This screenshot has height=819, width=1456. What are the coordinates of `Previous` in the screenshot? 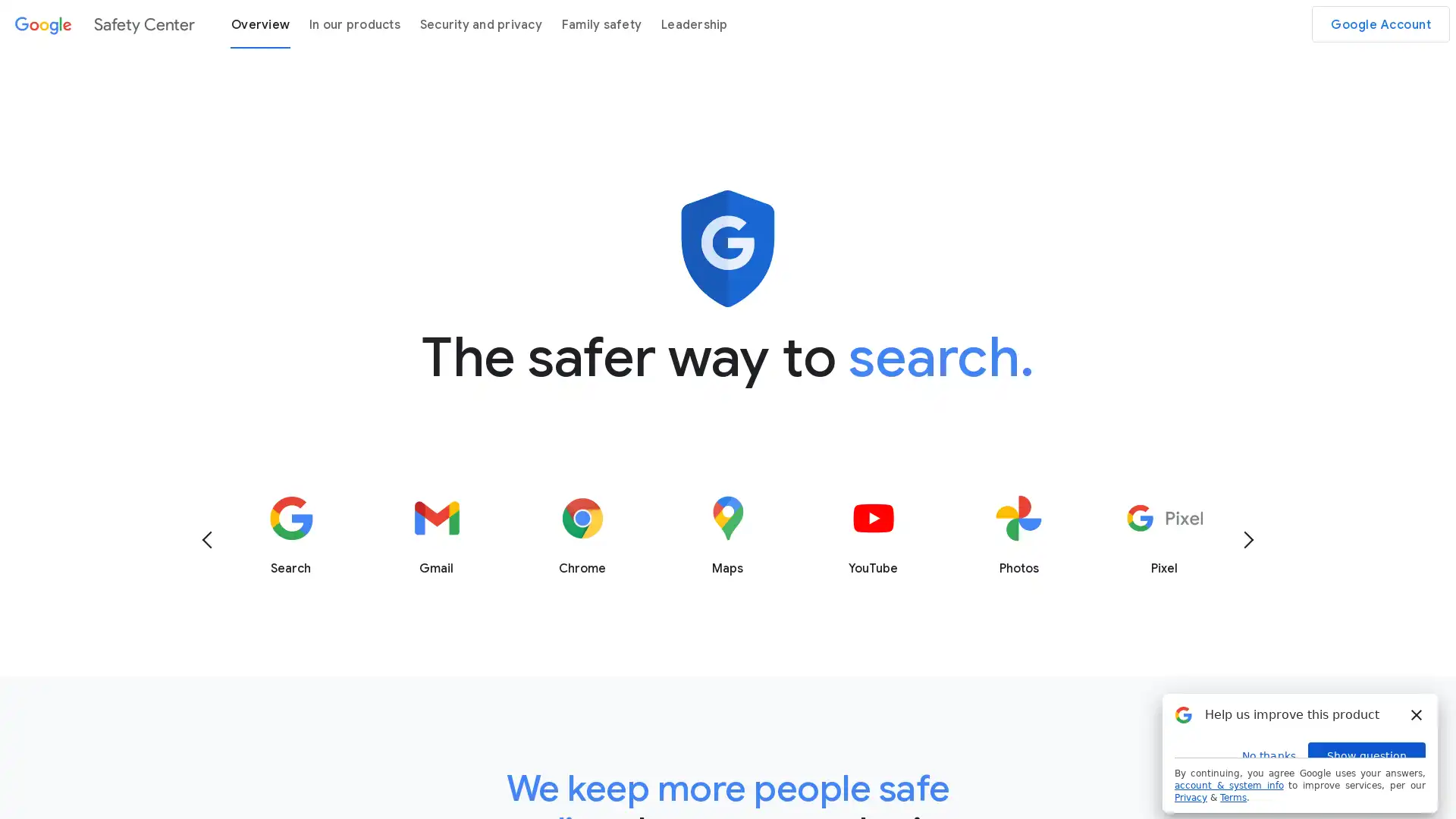 It's located at (206, 538).